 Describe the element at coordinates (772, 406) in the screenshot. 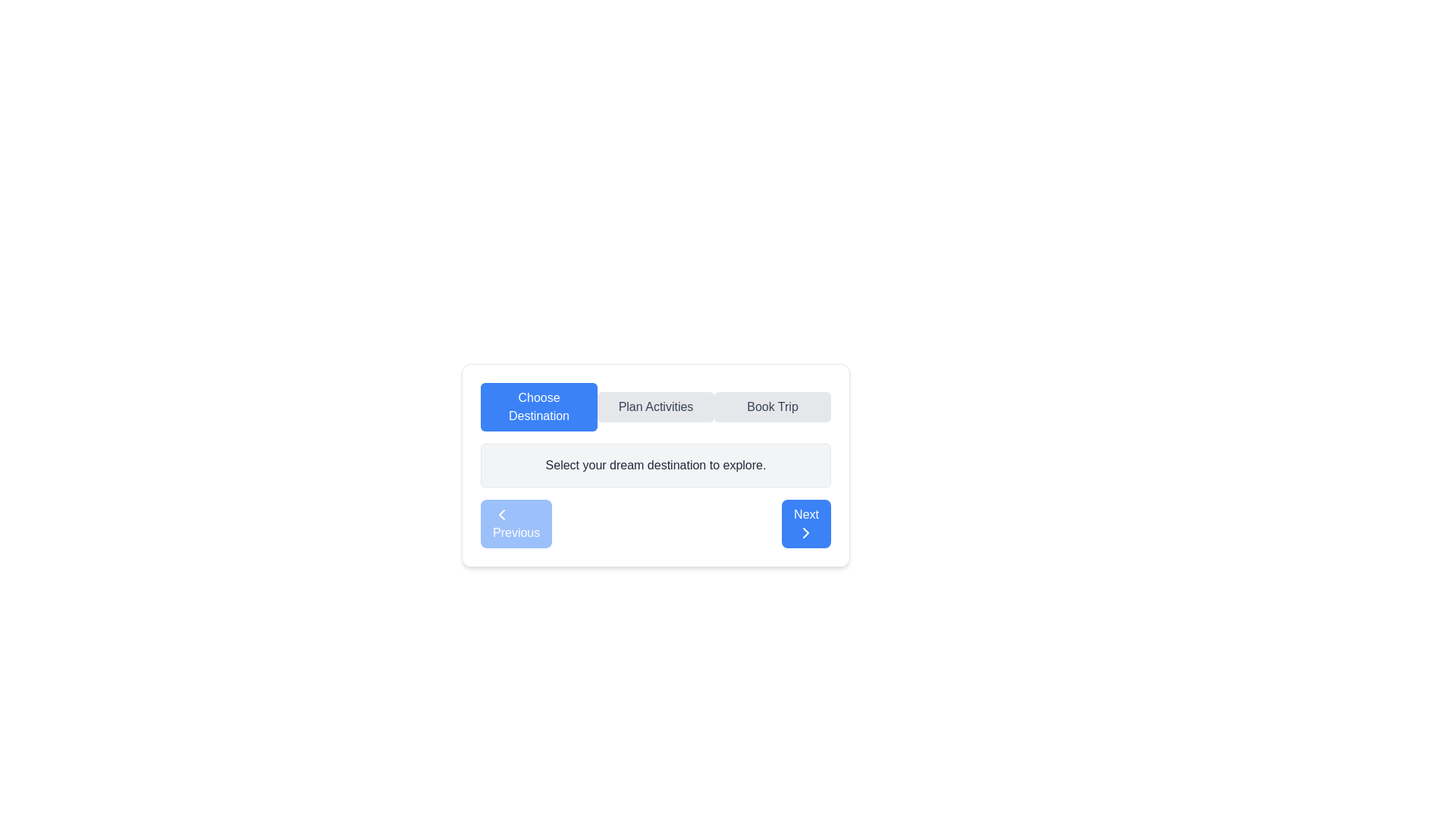

I see `the 'Book Trip' button, which is a horizontally rectangular button with a light gray background and dark gray text, located at the top right of the button group` at that location.